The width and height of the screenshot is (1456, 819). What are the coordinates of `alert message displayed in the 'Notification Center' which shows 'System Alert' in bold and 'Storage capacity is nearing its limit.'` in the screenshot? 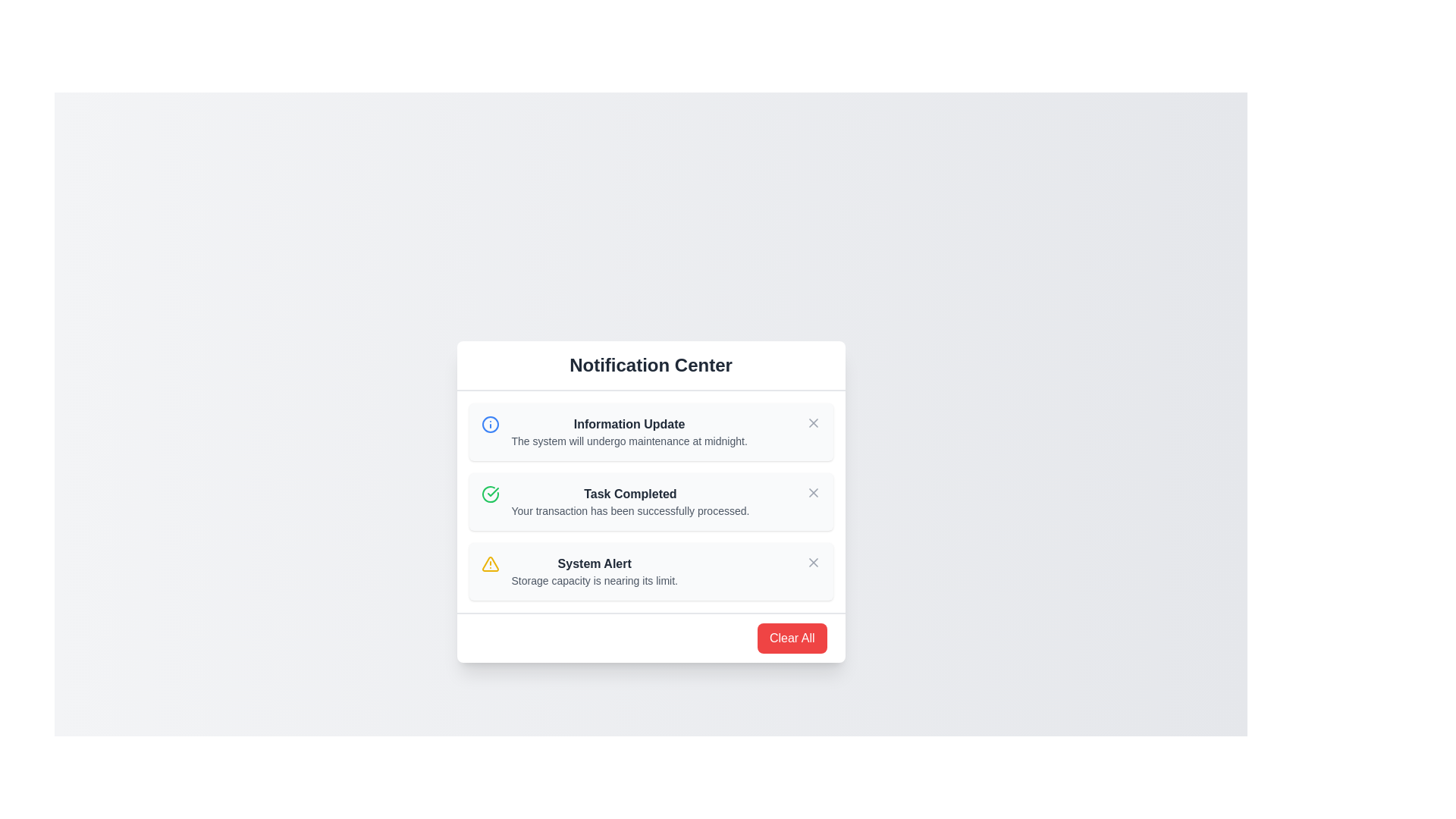 It's located at (594, 571).